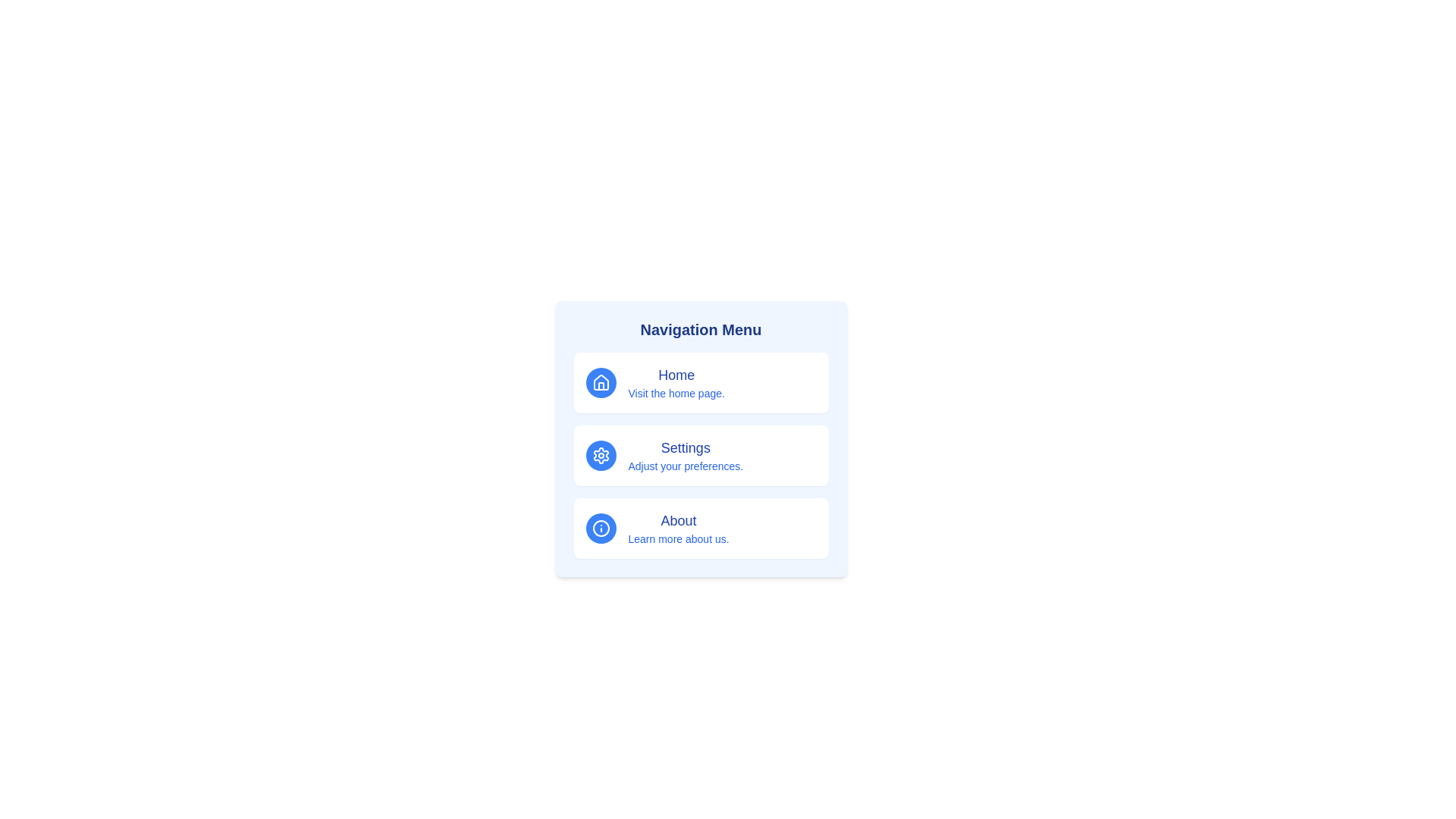 Image resolution: width=1456 pixels, height=819 pixels. Describe the element at coordinates (676, 375) in the screenshot. I see `the 'Home' text label, which is styled in bold and blue color, located at the top of the navigation menu` at that location.